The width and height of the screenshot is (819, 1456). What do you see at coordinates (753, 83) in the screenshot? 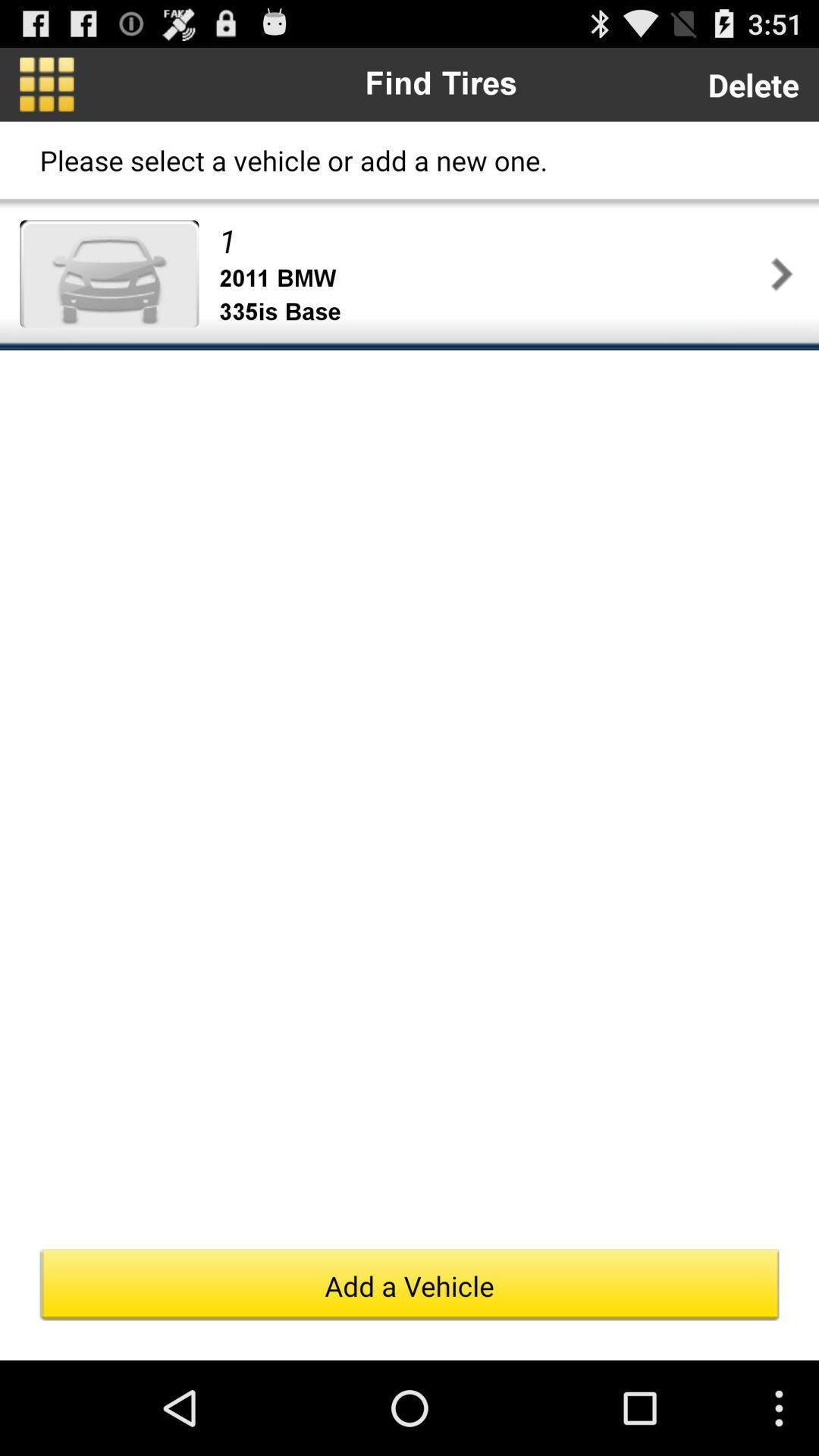
I see `the delete` at bounding box center [753, 83].